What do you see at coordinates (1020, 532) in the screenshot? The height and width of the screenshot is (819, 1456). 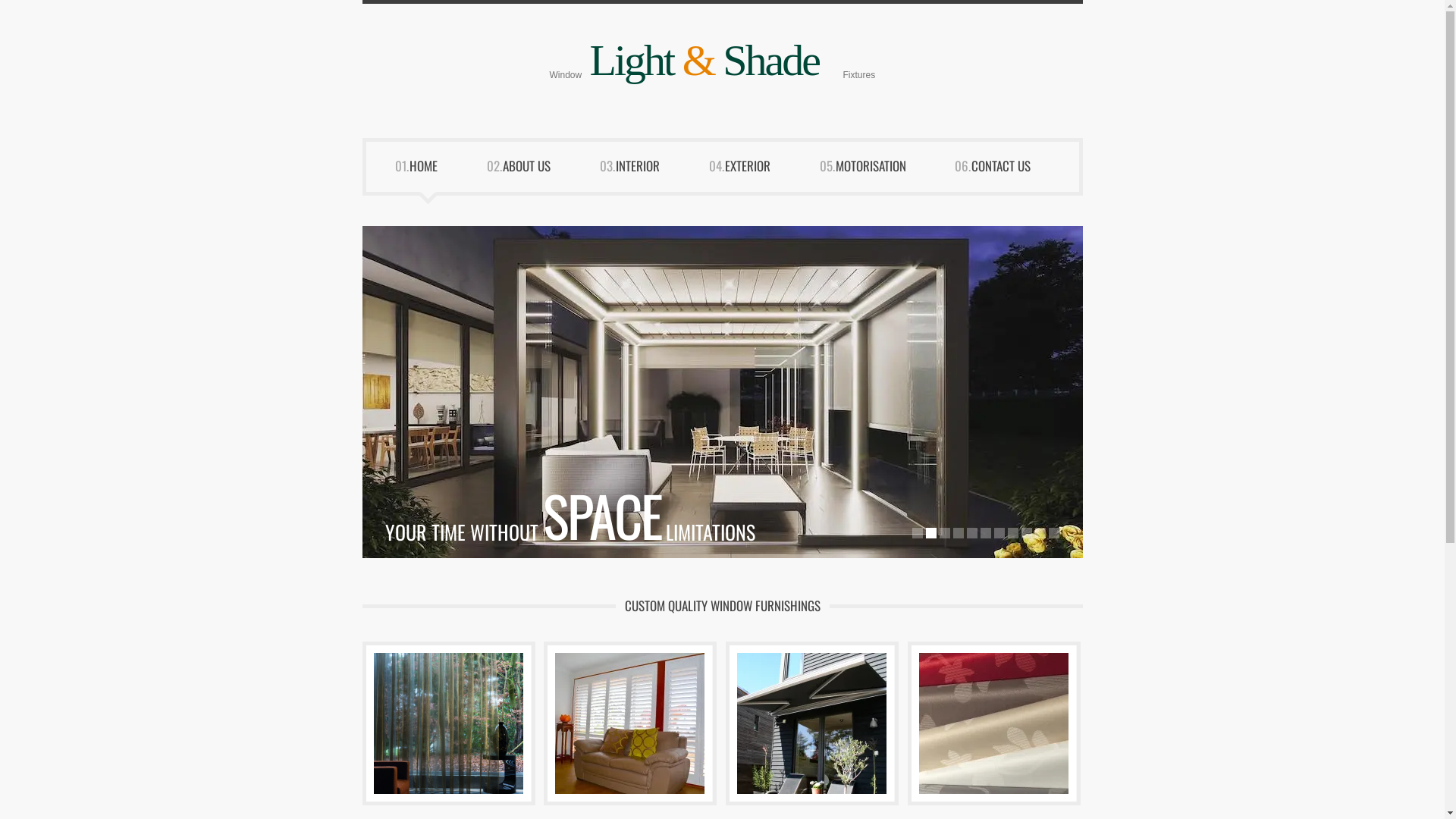 I see `'9'` at bounding box center [1020, 532].